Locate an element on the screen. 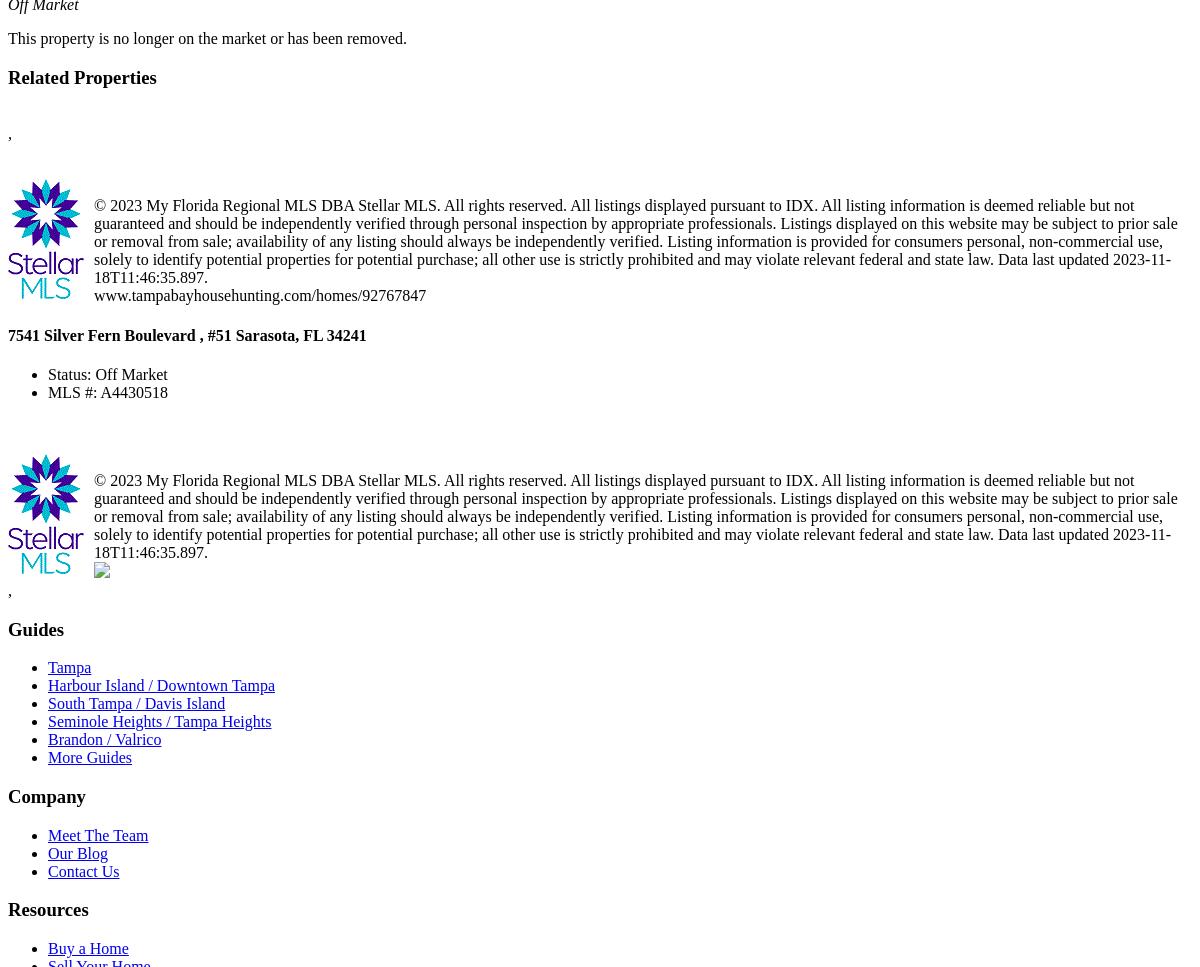 This screenshot has width=1200, height=967. 'Meet The Team' is located at coordinates (98, 834).